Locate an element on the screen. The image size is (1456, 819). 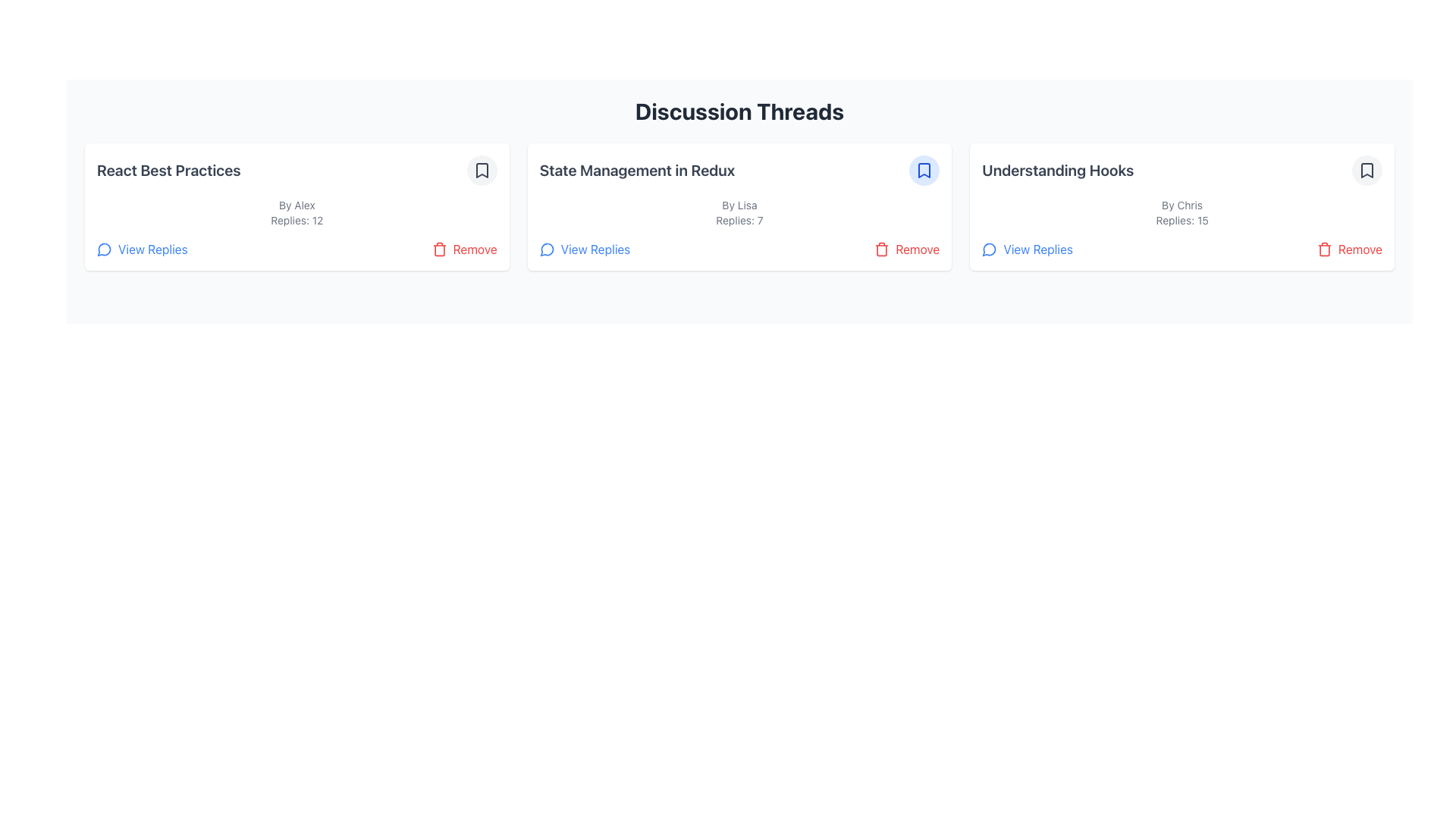
the 'Remove' text label, which is styled in red and positioned to the right of a trash can icon is located at coordinates (1360, 248).